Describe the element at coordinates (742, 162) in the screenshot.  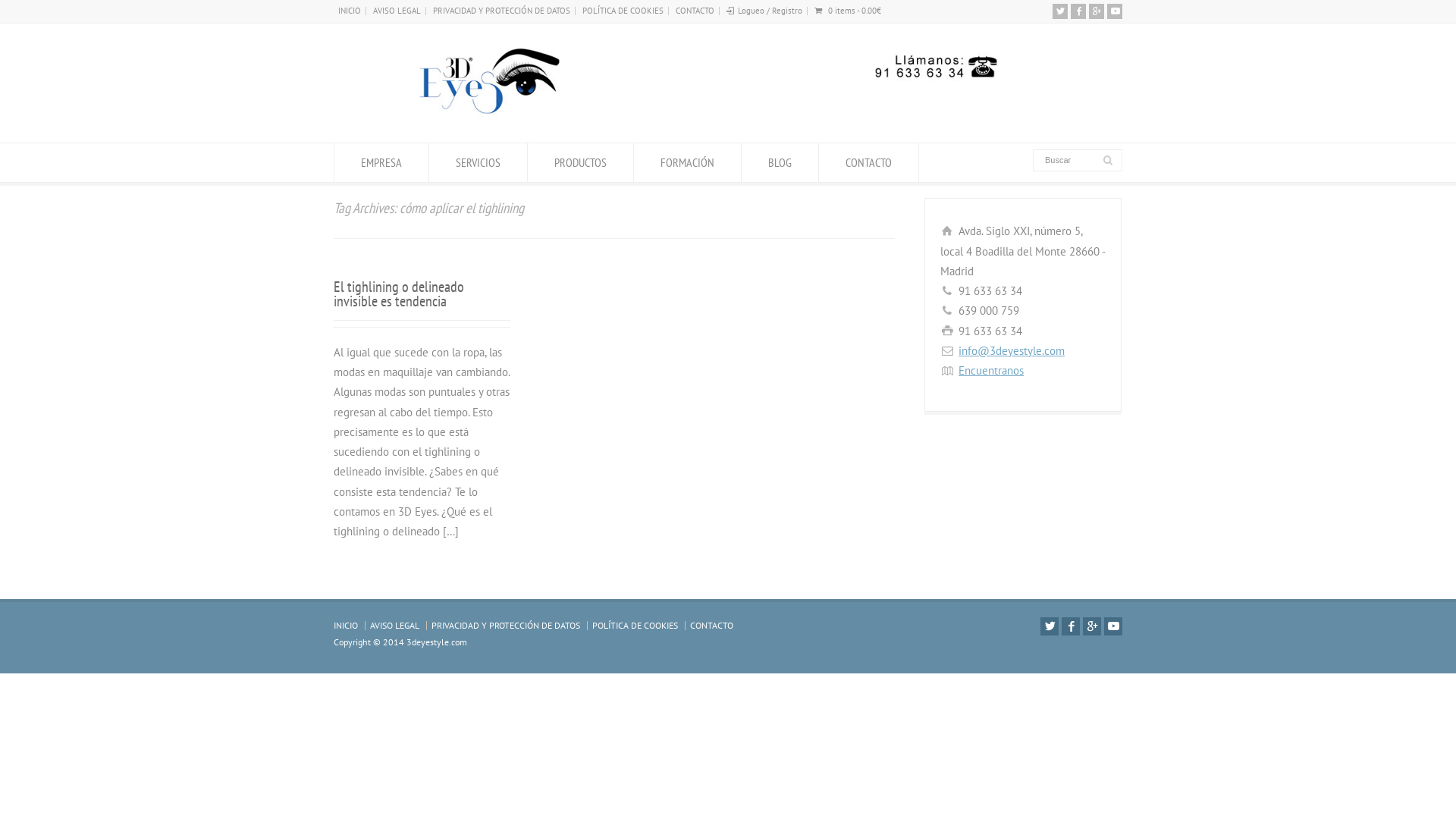
I see `'BLOG'` at that location.